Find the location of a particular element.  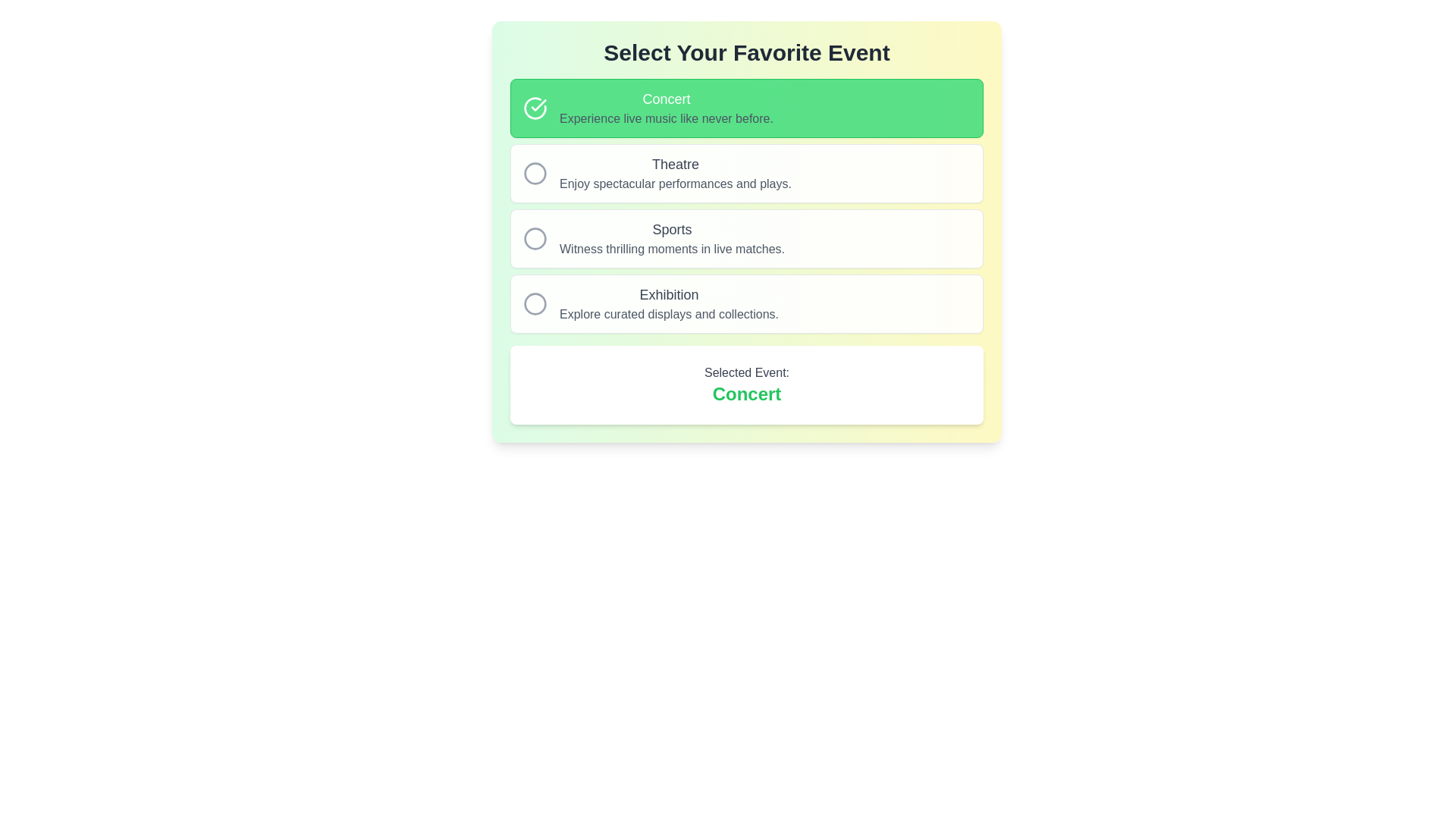

the circular icon with a green background and white outline that contains a checkmark, located to the left of the label 'Concert' is located at coordinates (535, 107).